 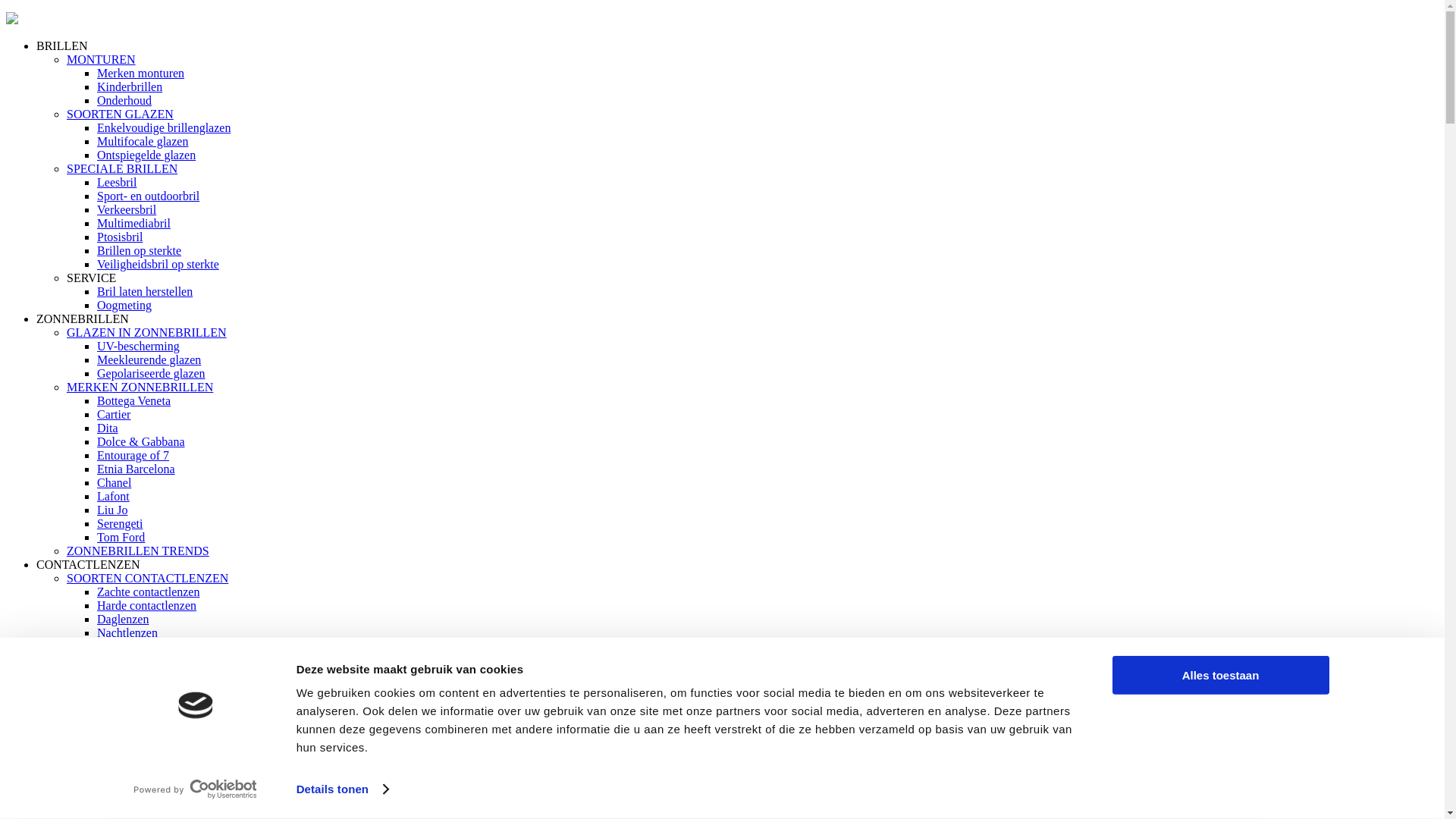 I want to click on 'SOORTEN GLAZEN', so click(x=119, y=113).